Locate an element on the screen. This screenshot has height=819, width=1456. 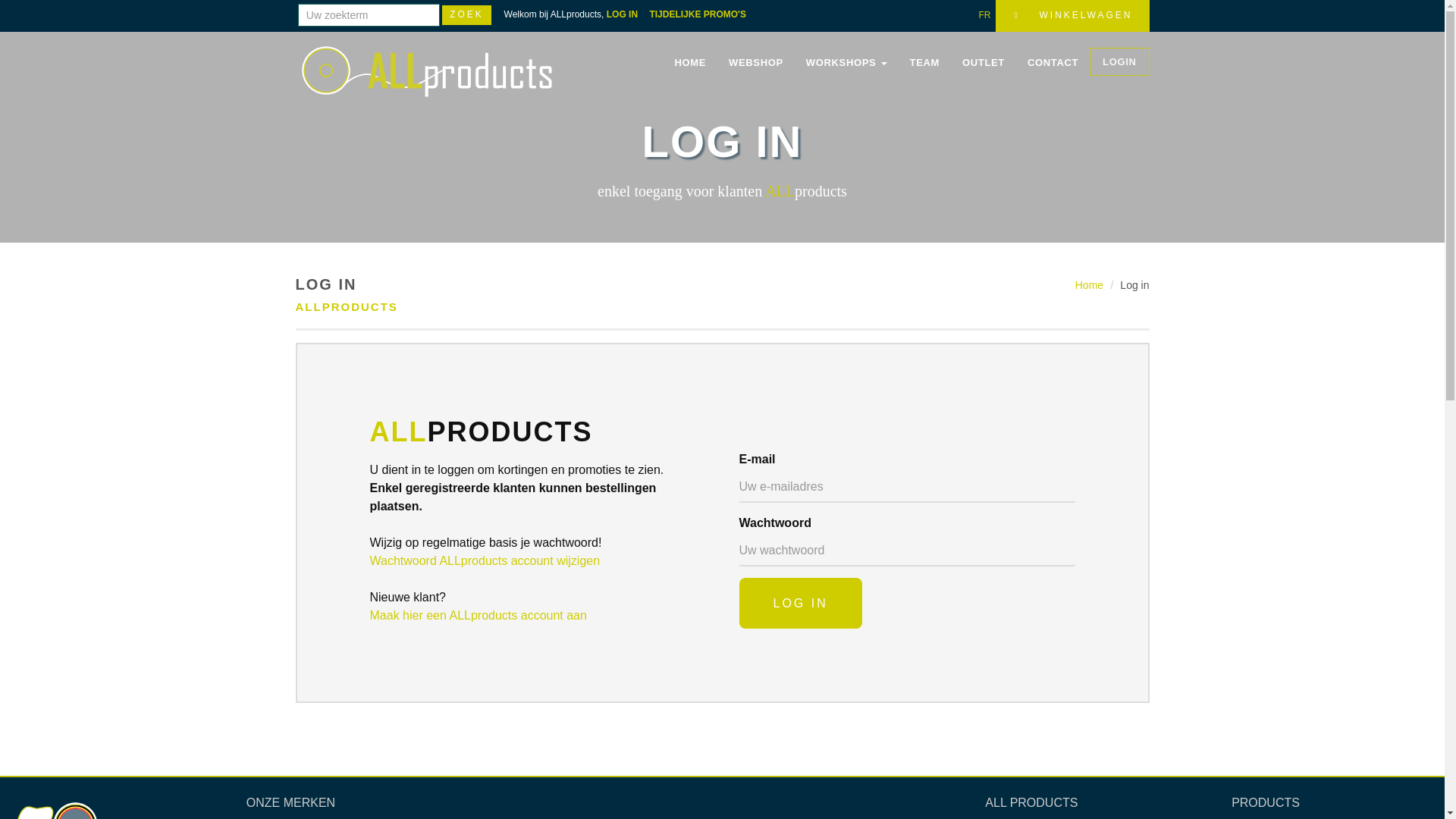
'Home' is located at coordinates (1088, 284).